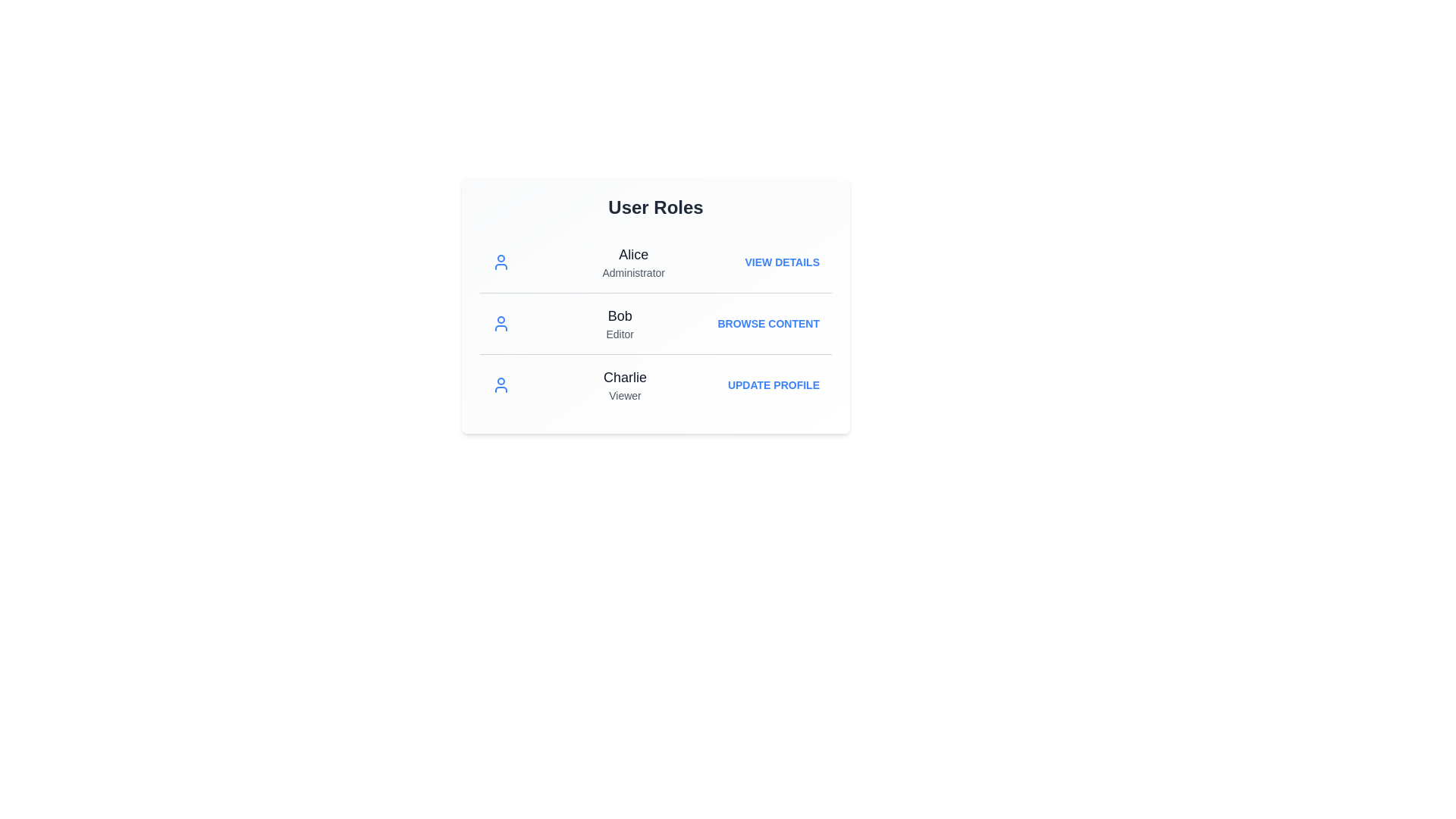 This screenshot has width=1456, height=819. I want to click on the text label displaying 'Viewer' in gray color, located below 'Charlie' and to the left of 'UPDATE PROFILE' under the 'User Roles' header, so click(625, 394).